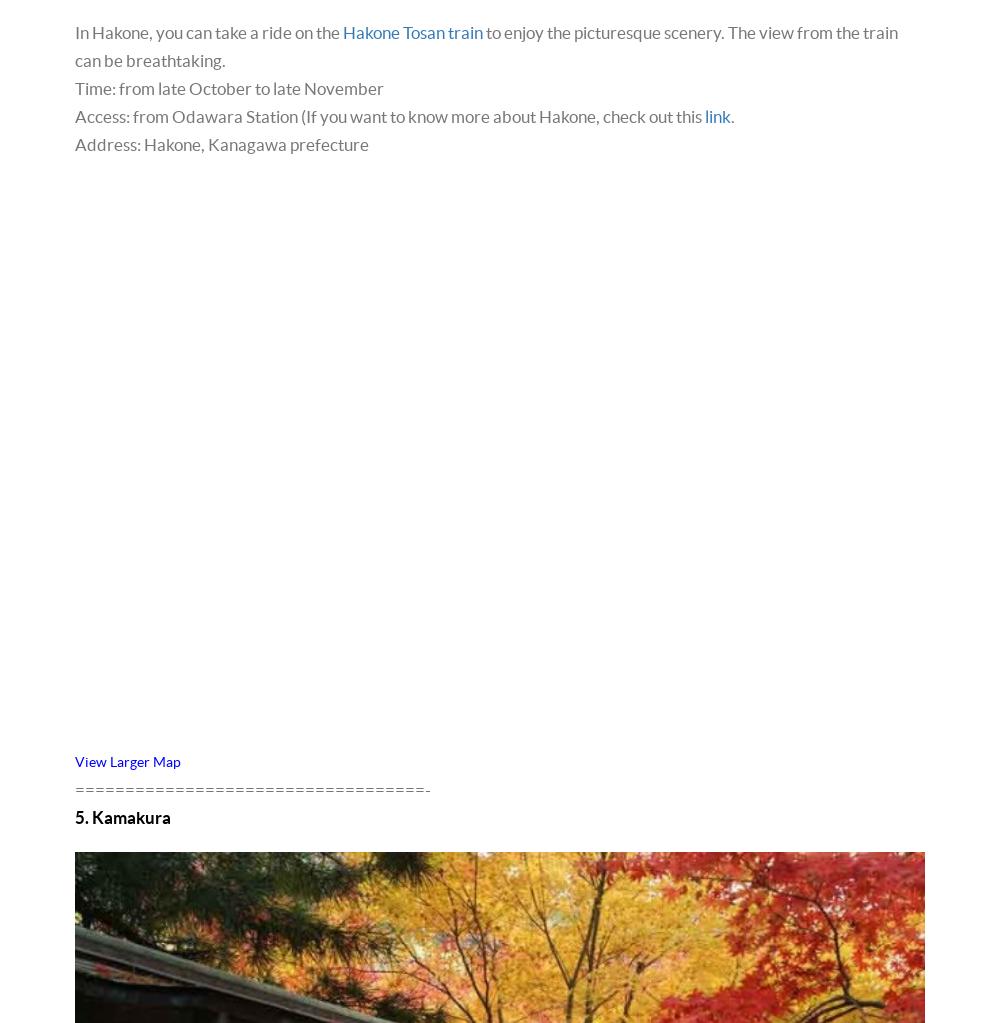  Describe the element at coordinates (74, 87) in the screenshot. I see `'Time: from late October to late November'` at that location.